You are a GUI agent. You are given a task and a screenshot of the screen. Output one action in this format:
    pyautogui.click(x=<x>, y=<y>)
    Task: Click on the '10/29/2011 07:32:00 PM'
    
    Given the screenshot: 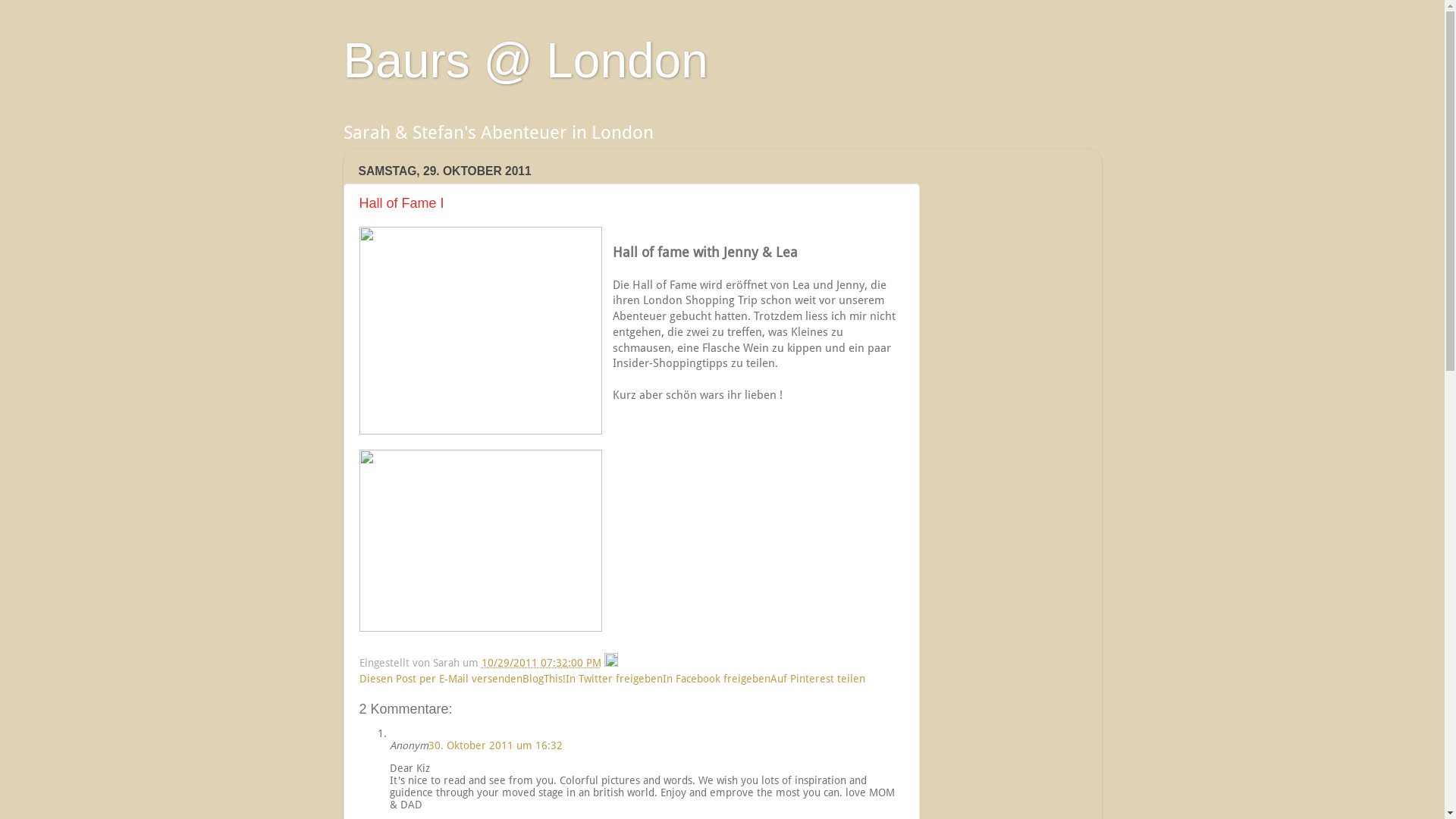 What is the action you would take?
    pyautogui.click(x=479, y=662)
    